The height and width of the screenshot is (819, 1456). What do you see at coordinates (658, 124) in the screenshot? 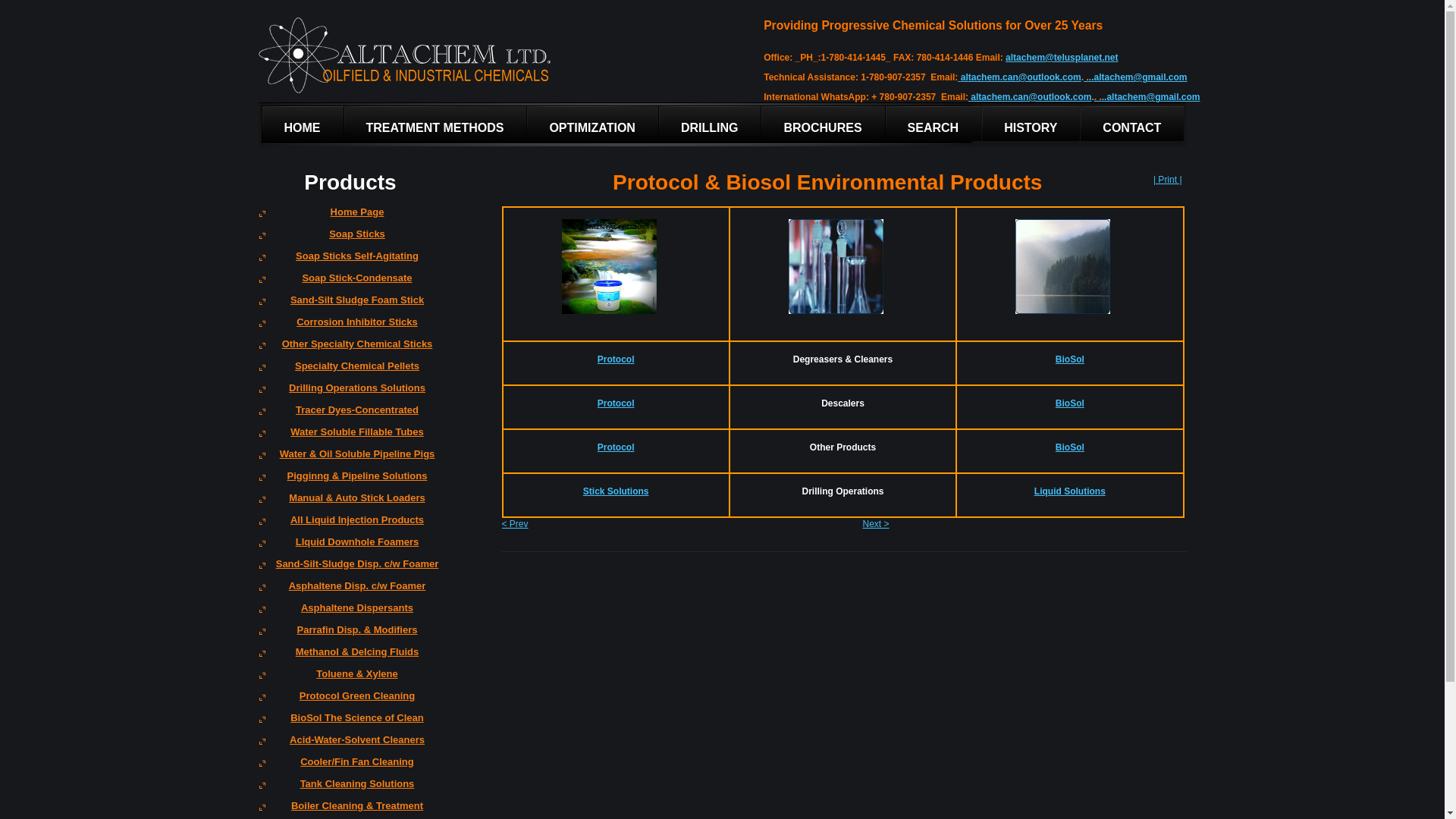
I see `'DRILLING'` at bounding box center [658, 124].